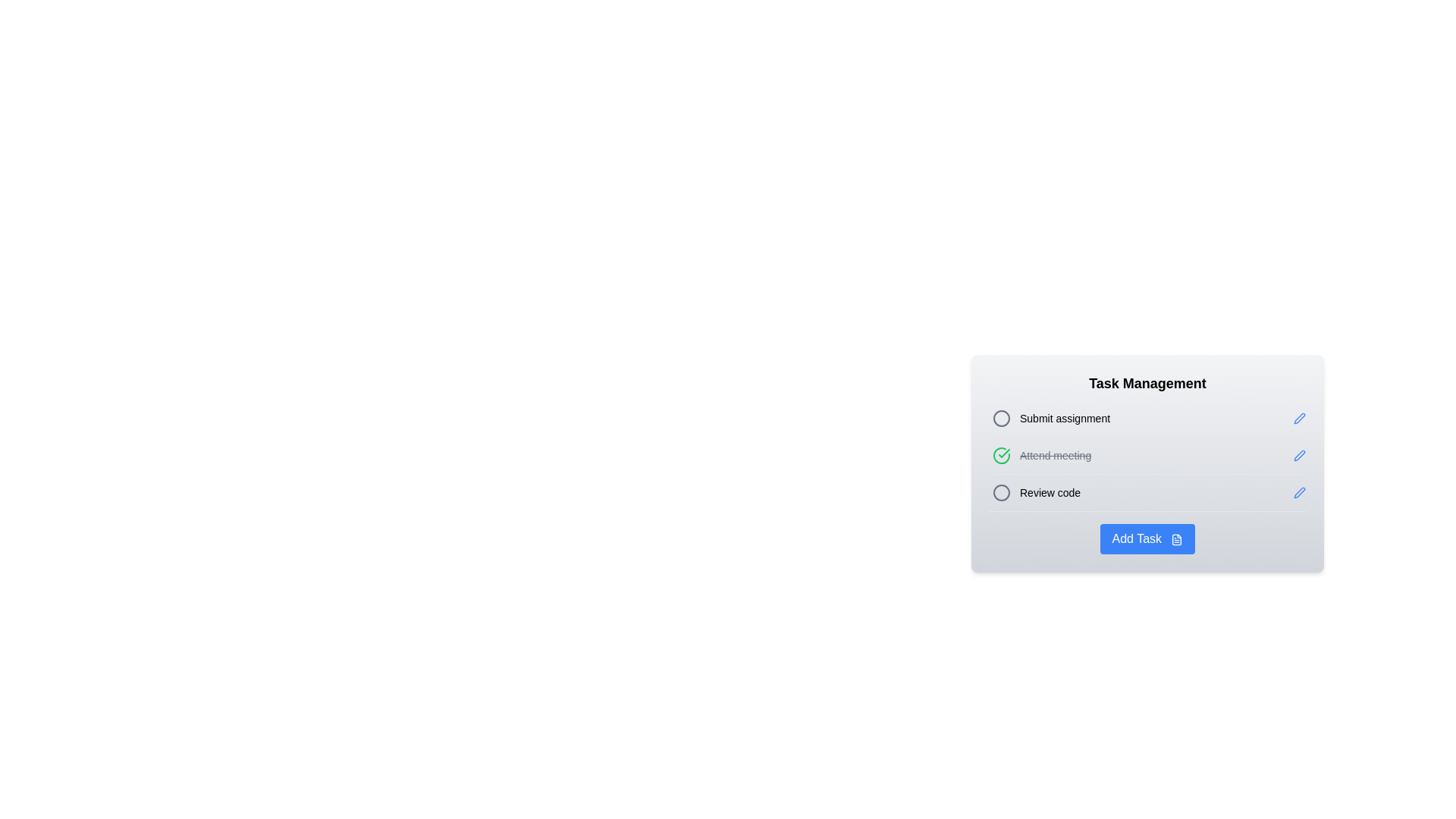 The width and height of the screenshot is (1456, 819). I want to click on the blue pen icon located in the 'Review code' row, so click(1298, 493).